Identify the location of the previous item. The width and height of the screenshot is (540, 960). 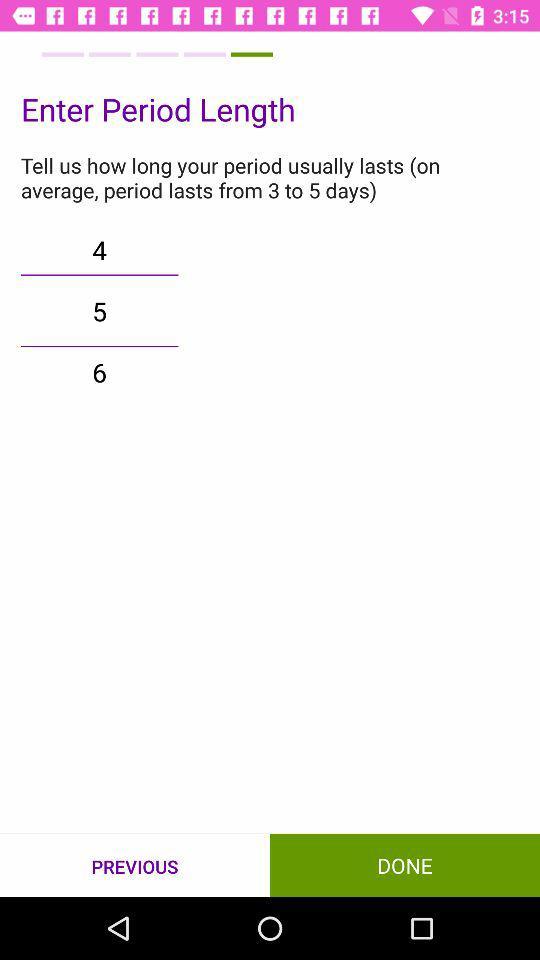
(135, 865).